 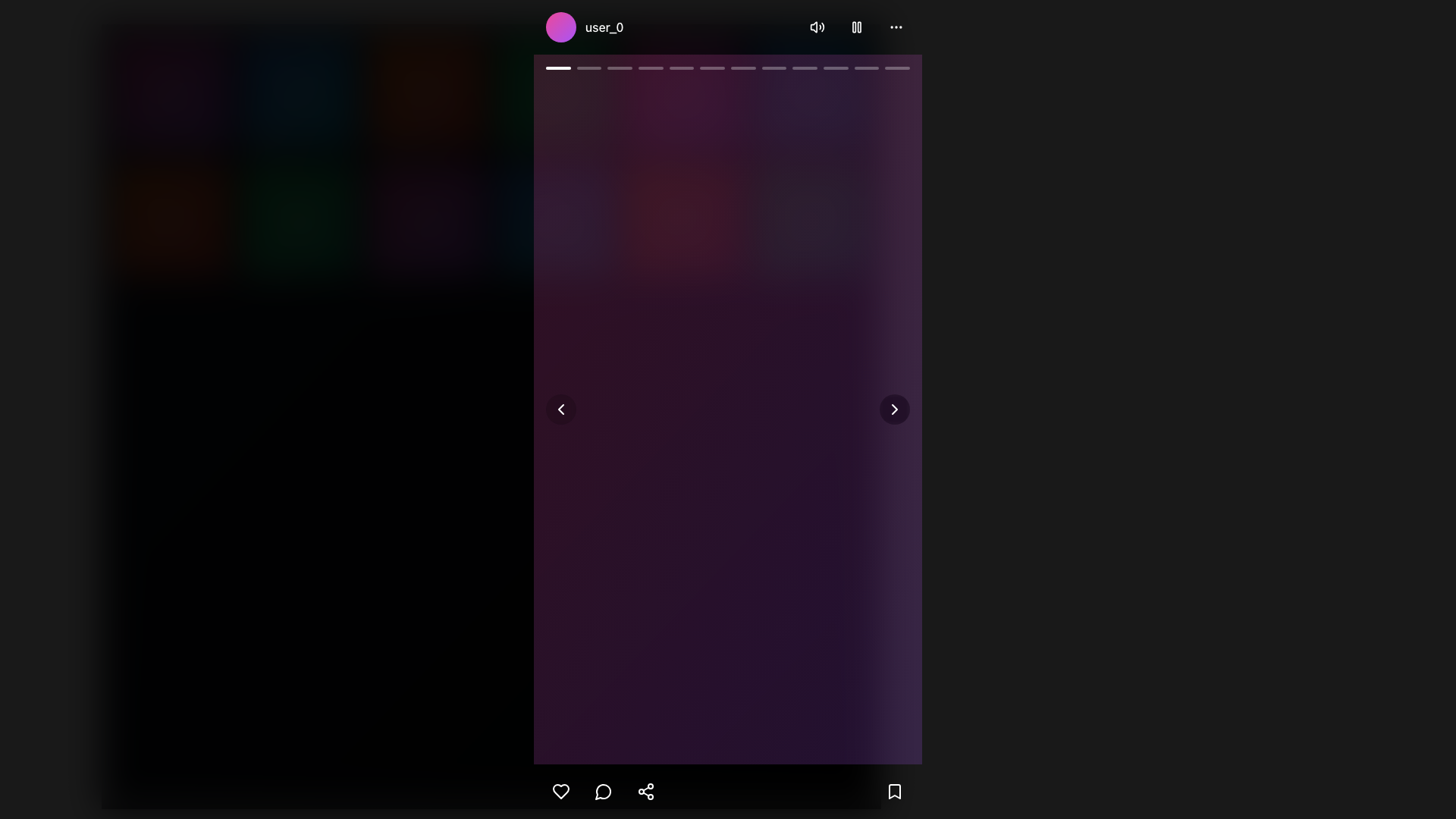 What do you see at coordinates (856, 27) in the screenshot?
I see `the Pause button located in the top-right corner of the interface` at bounding box center [856, 27].